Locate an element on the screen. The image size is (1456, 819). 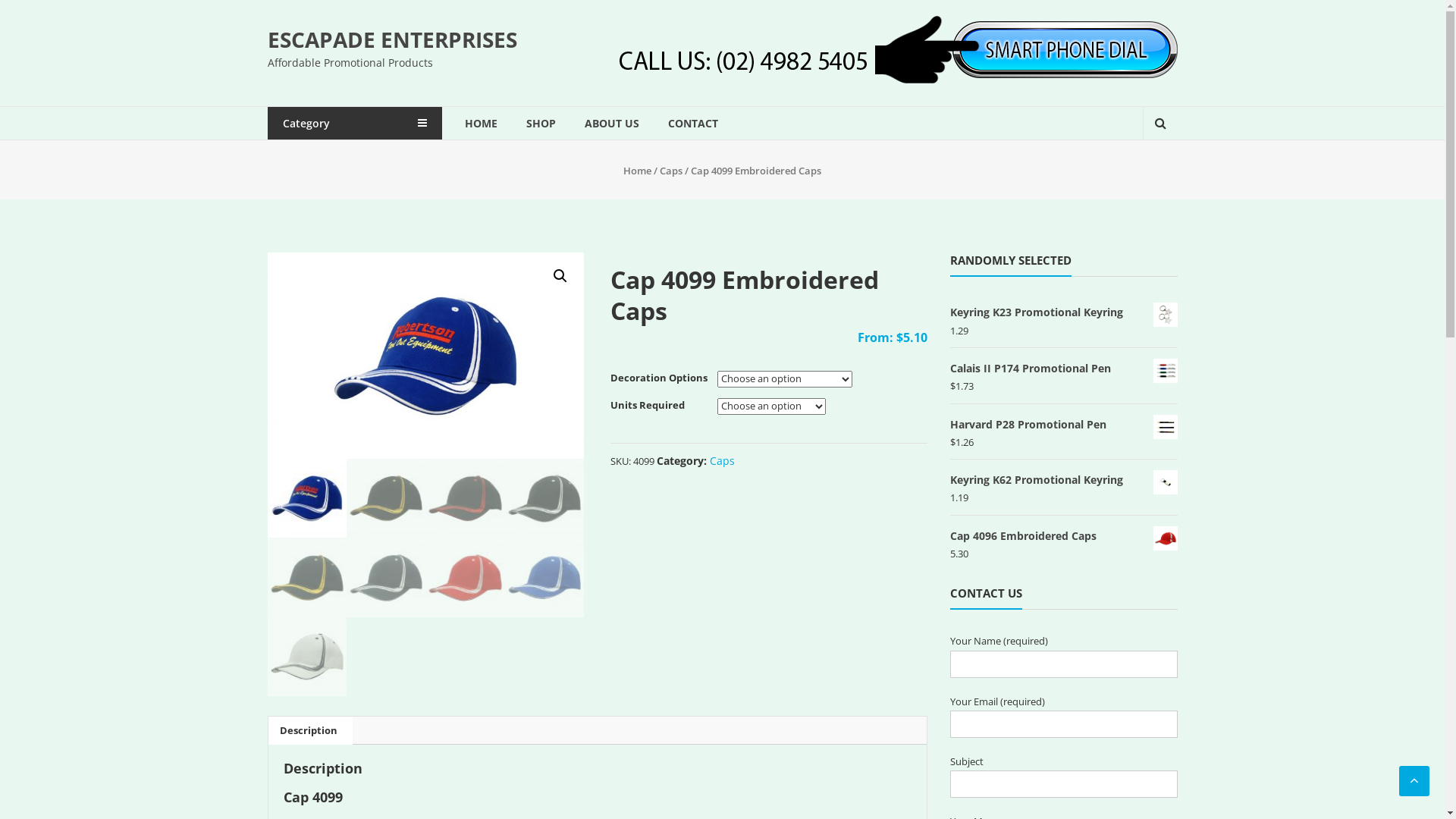
'Description' is located at coordinates (307, 730).